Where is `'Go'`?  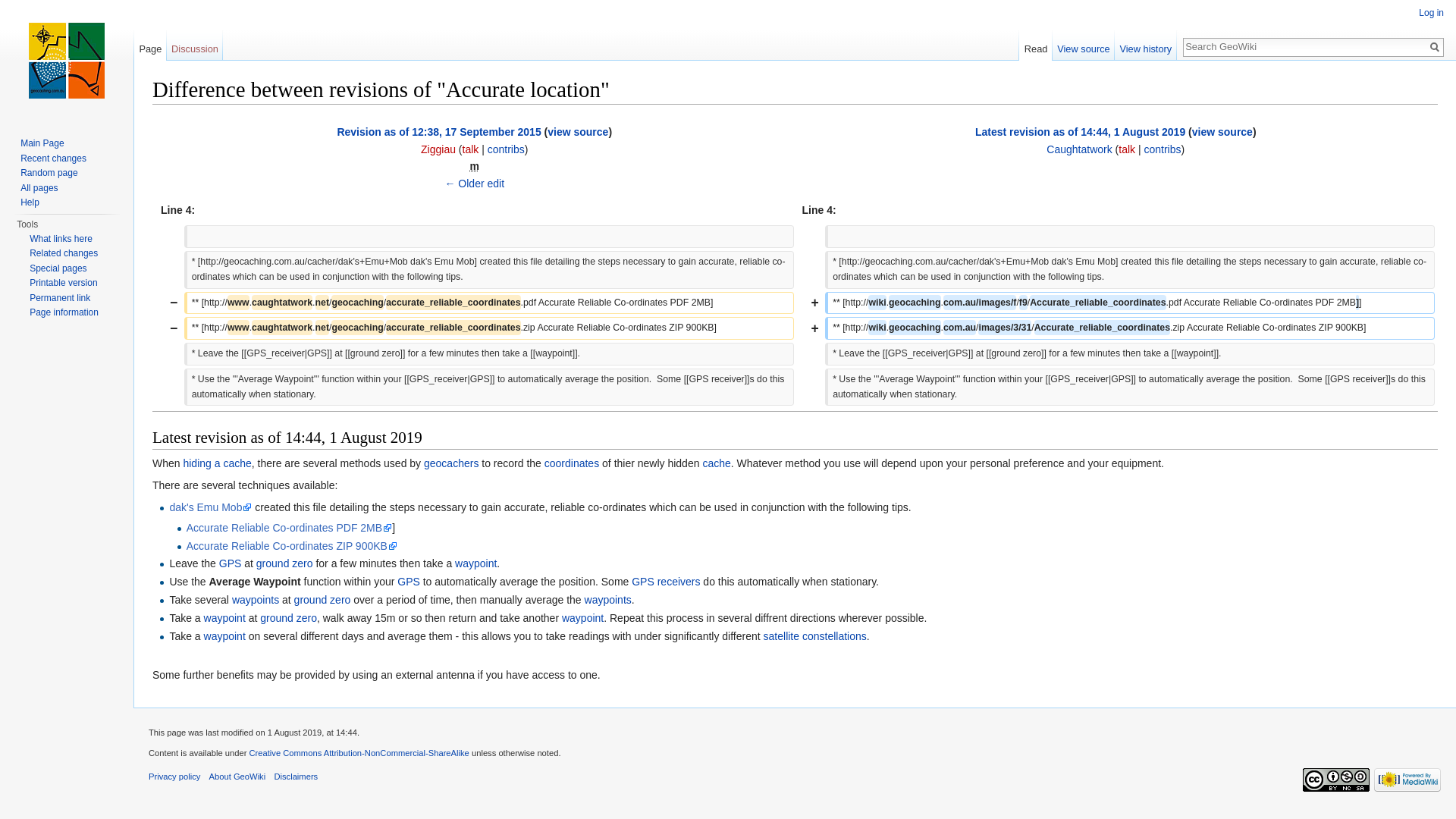 'Go' is located at coordinates (1433, 45).